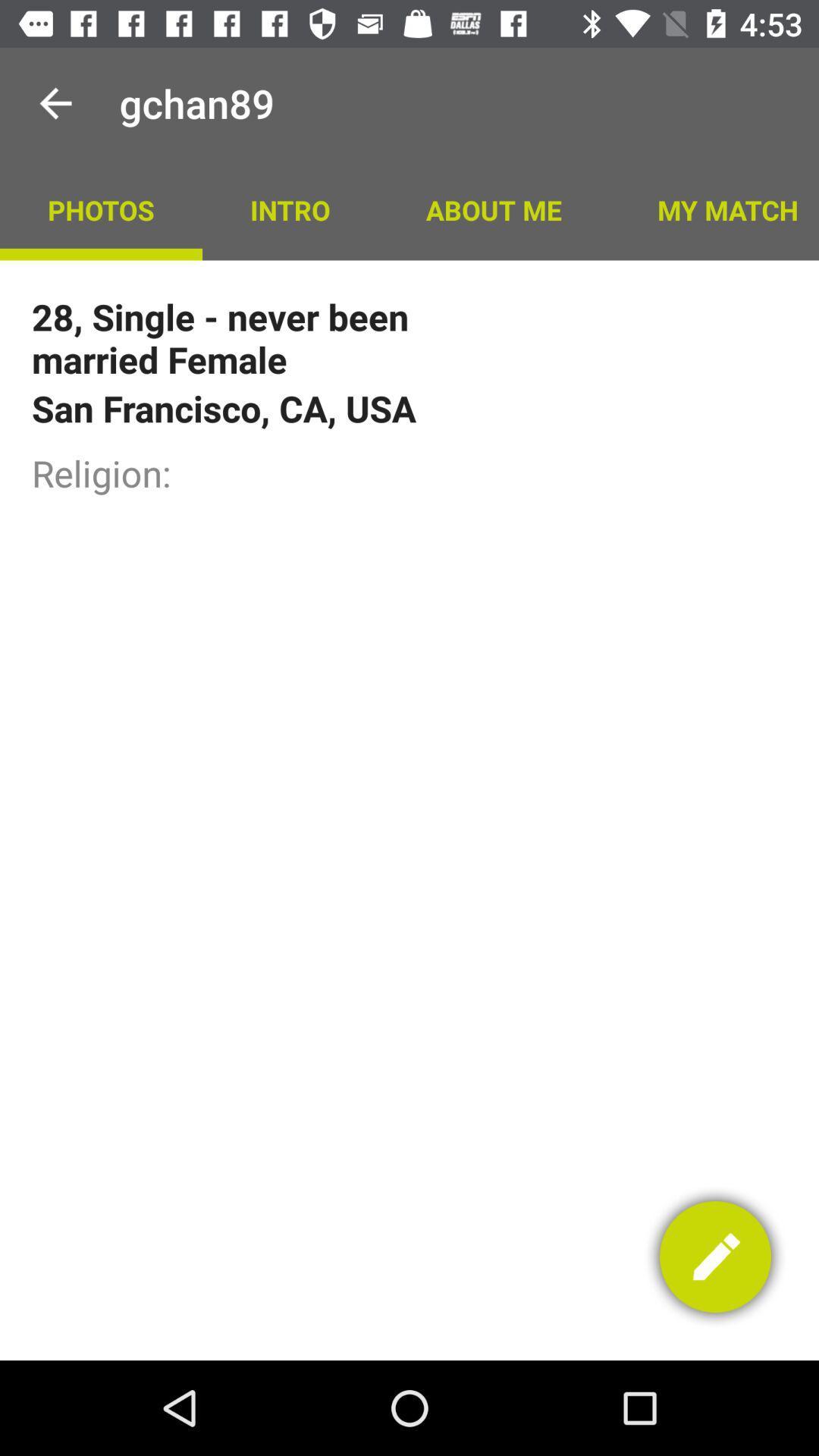  I want to click on app above photos app, so click(55, 102).